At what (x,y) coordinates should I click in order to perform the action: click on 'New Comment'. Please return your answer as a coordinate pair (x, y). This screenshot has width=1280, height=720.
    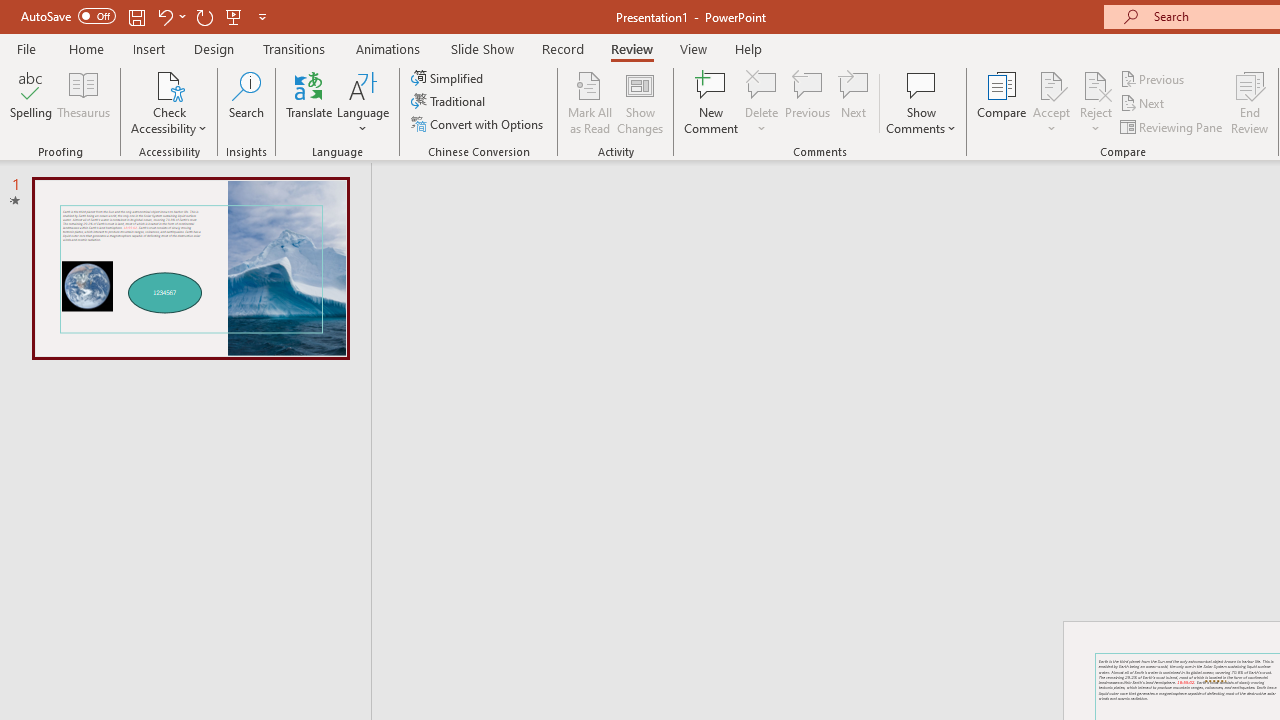
    Looking at the image, I should click on (711, 103).